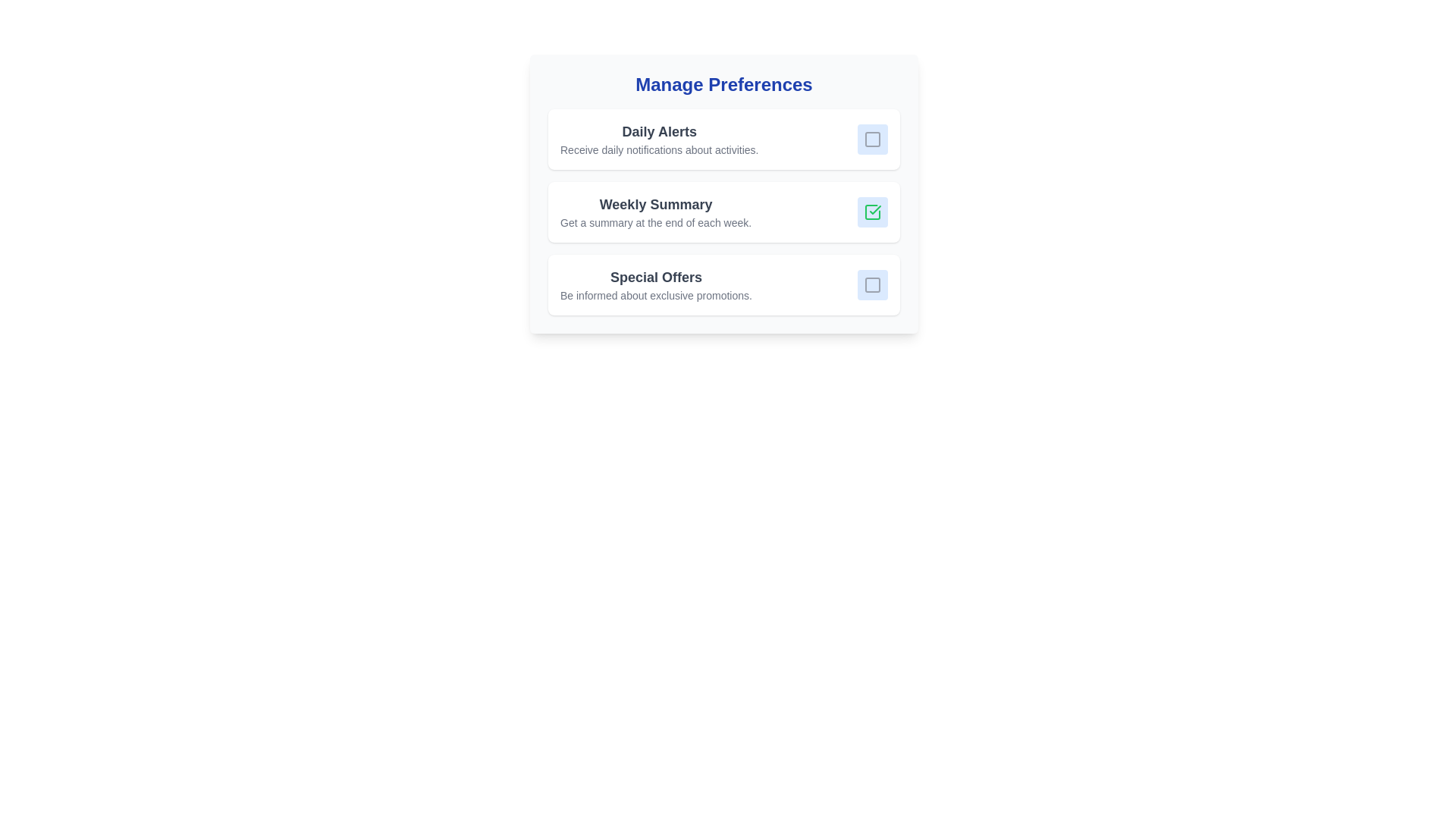 This screenshot has height=819, width=1456. Describe the element at coordinates (659, 140) in the screenshot. I see `the 'Daily Alerts' text block which features a bold title in dark gray and a lighter gray subtitle, positioned at the top of the 'Manage Preferences' card layout` at that location.